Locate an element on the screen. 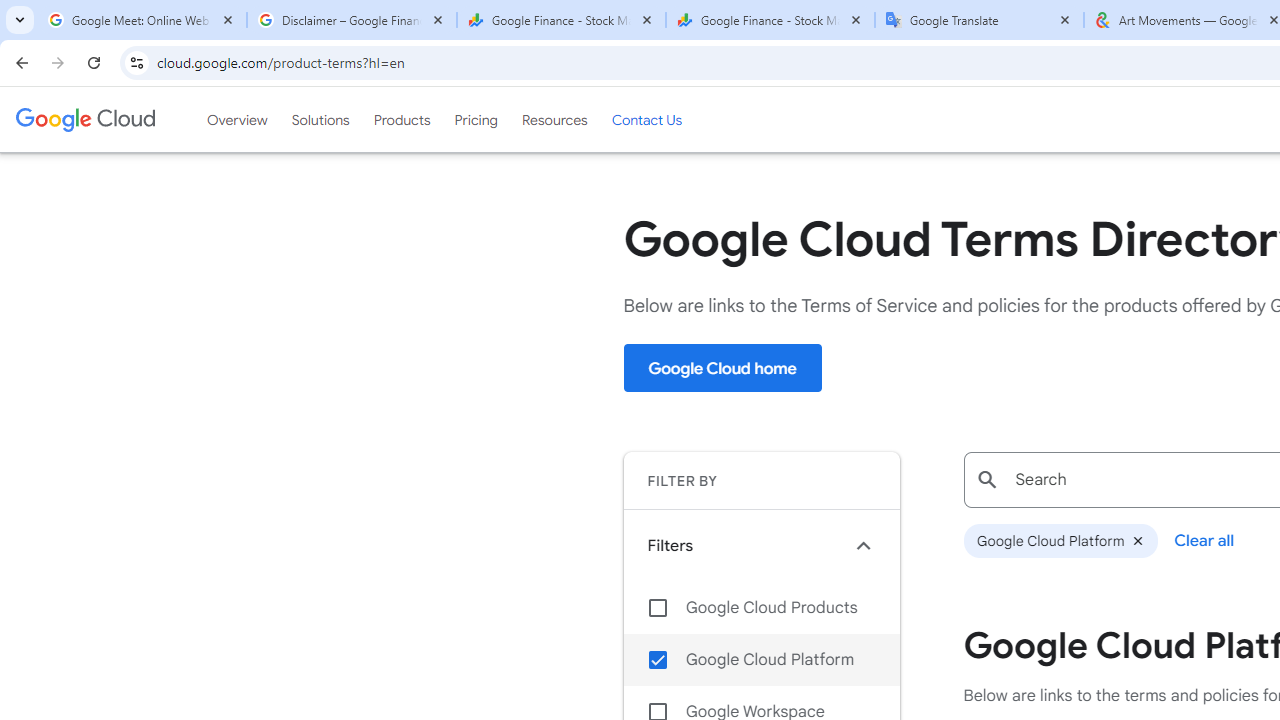  'Pricing' is located at coordinates (475, 119).